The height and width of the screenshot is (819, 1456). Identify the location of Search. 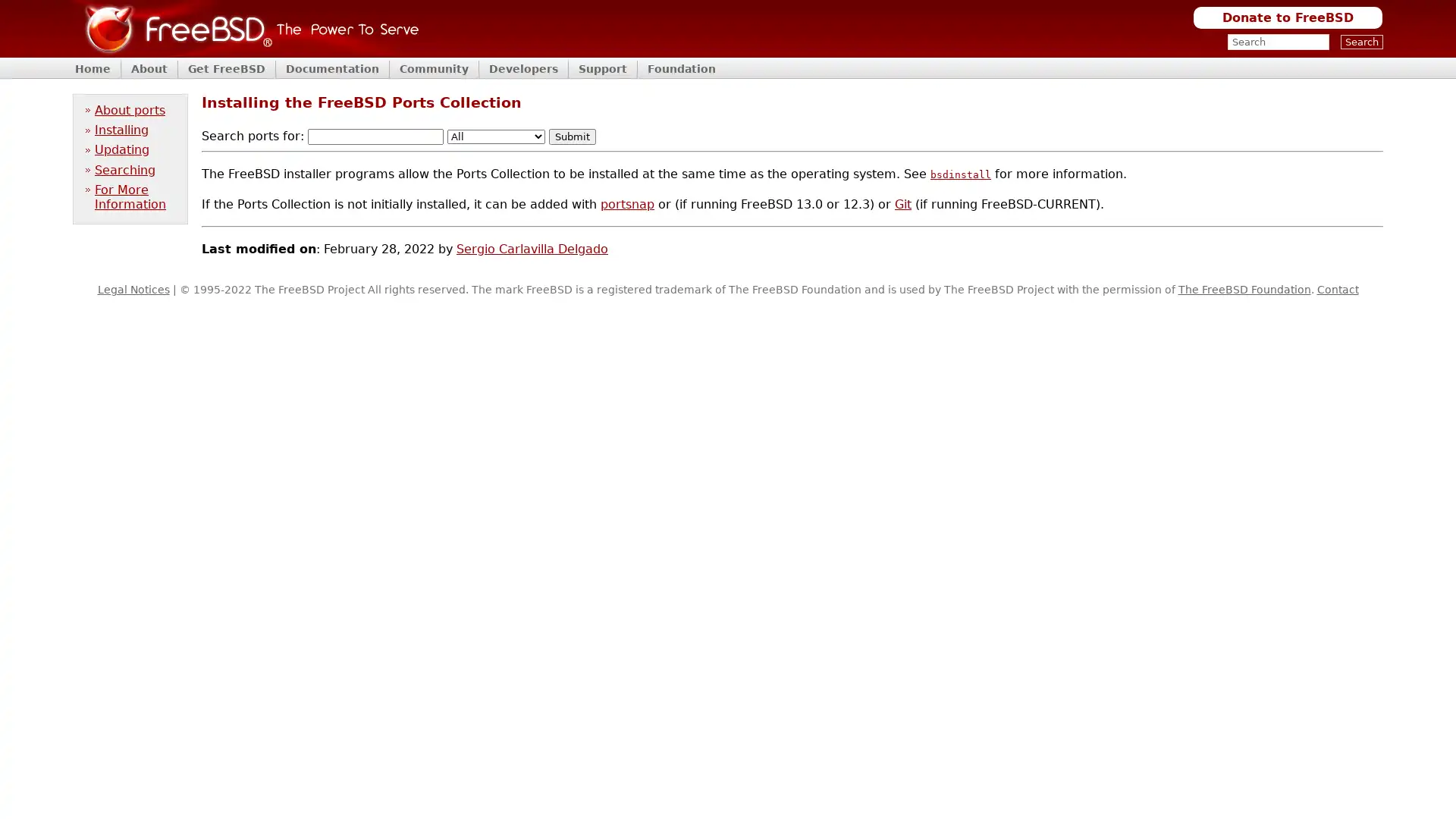
(1361, 41).